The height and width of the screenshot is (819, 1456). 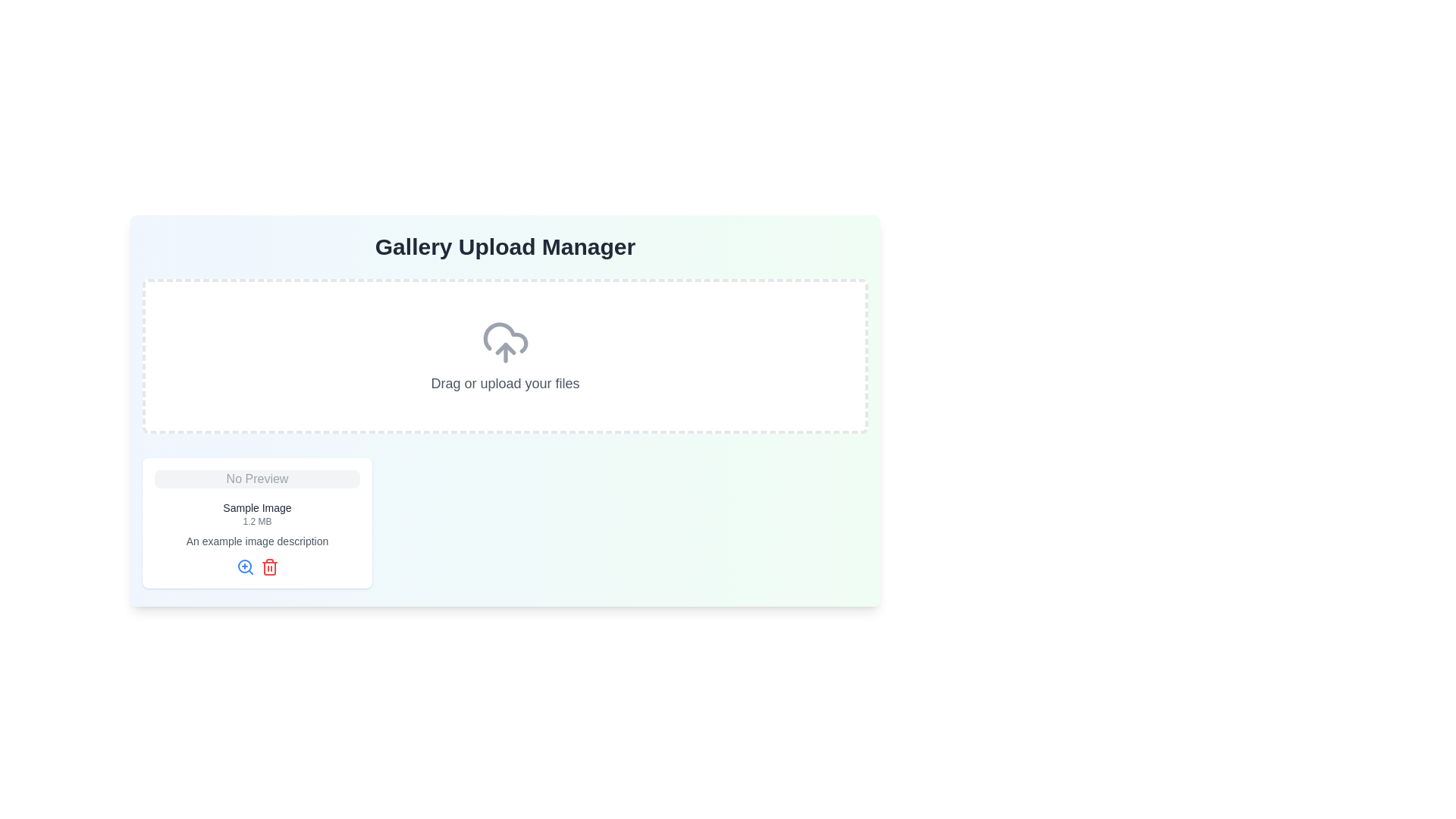 I want to click on the centrally located drag-and-drop upload area within the 'Gallery Upload Manager' for potential visual feedback, so click(x=505, y=356).